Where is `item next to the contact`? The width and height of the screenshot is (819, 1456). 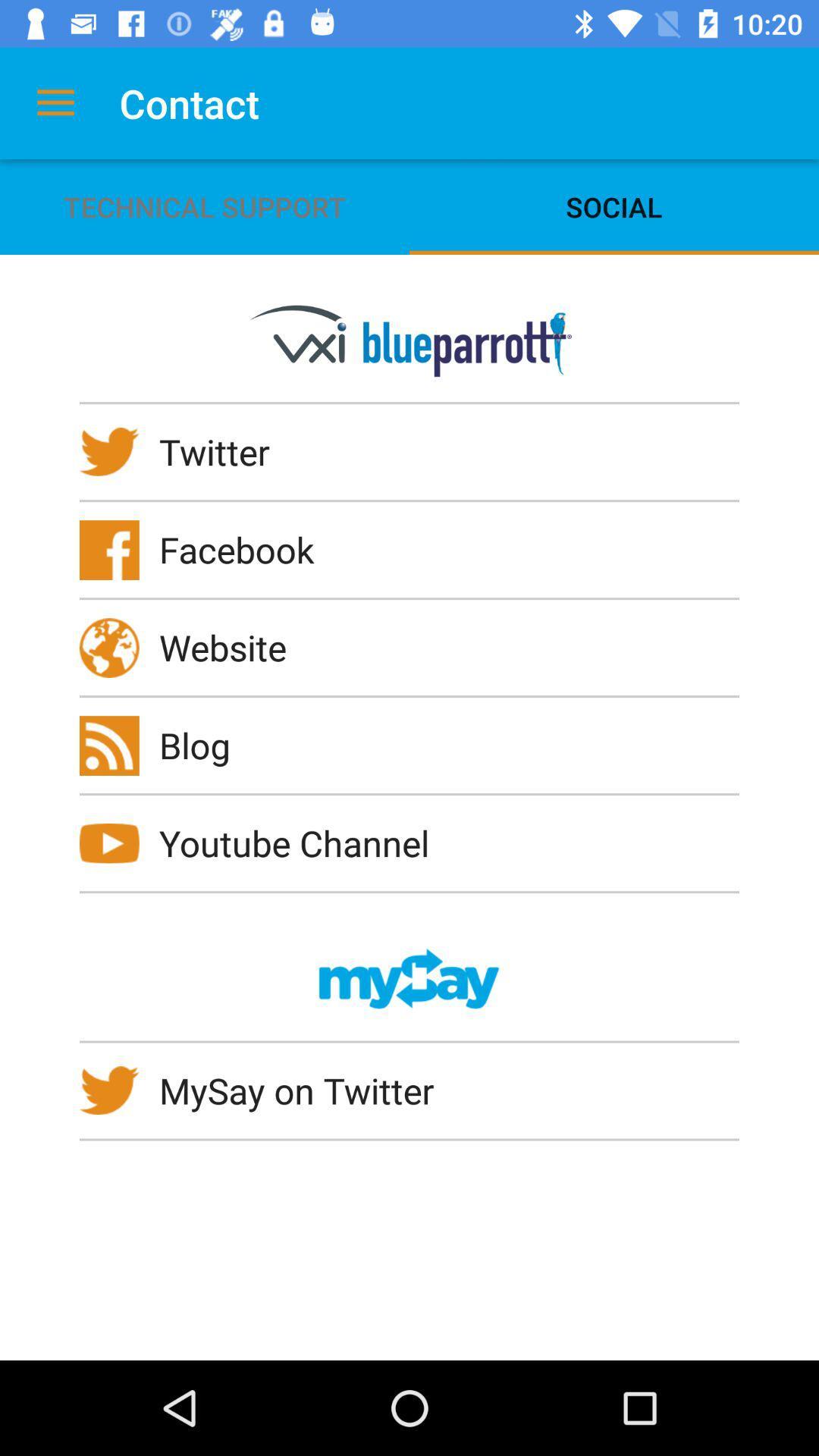 item next to the contact is located at coordinates (55, 102).